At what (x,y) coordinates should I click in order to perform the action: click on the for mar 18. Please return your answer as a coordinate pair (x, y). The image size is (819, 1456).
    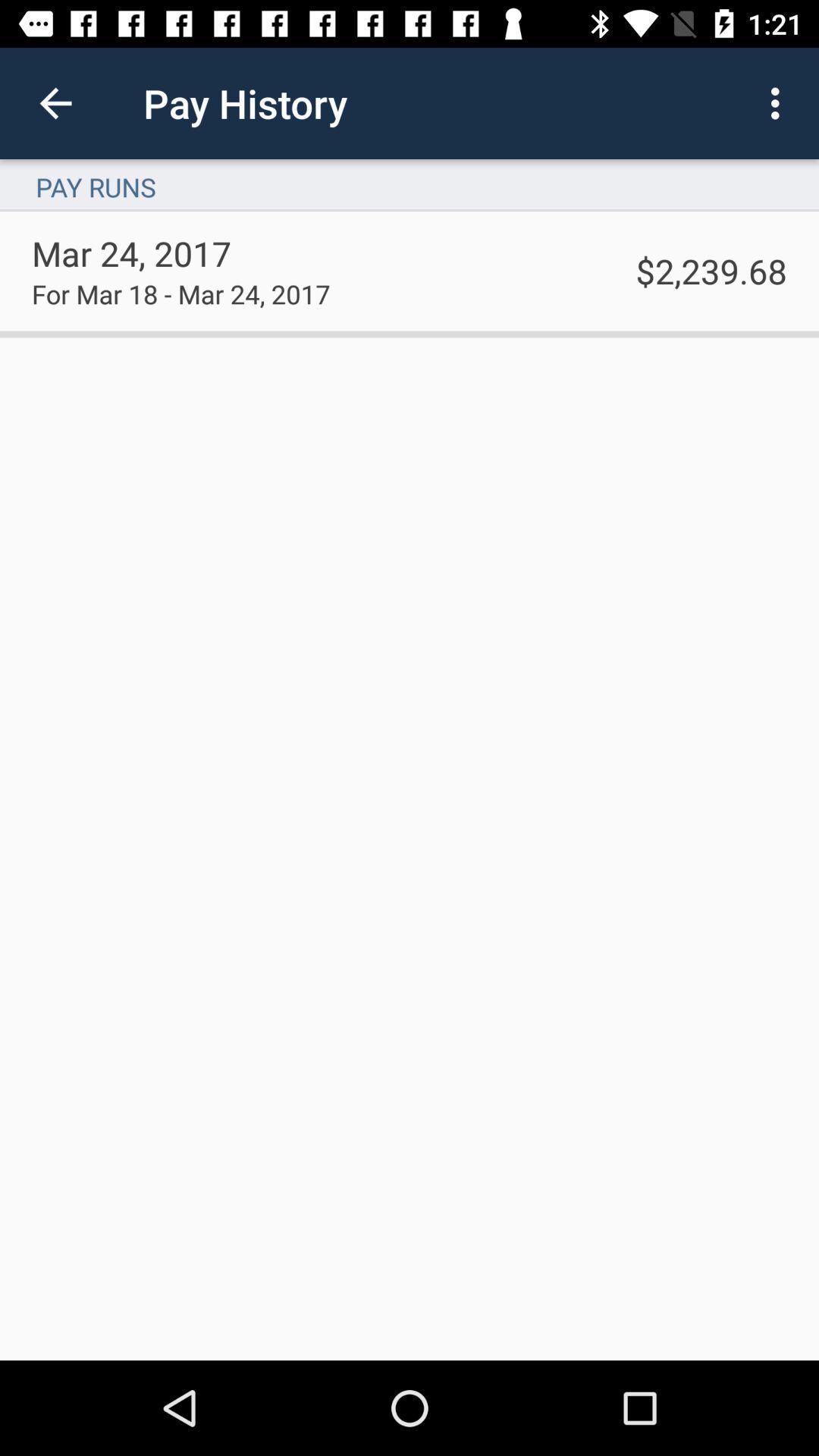
    Looking at the image, I should click on (180, 293).